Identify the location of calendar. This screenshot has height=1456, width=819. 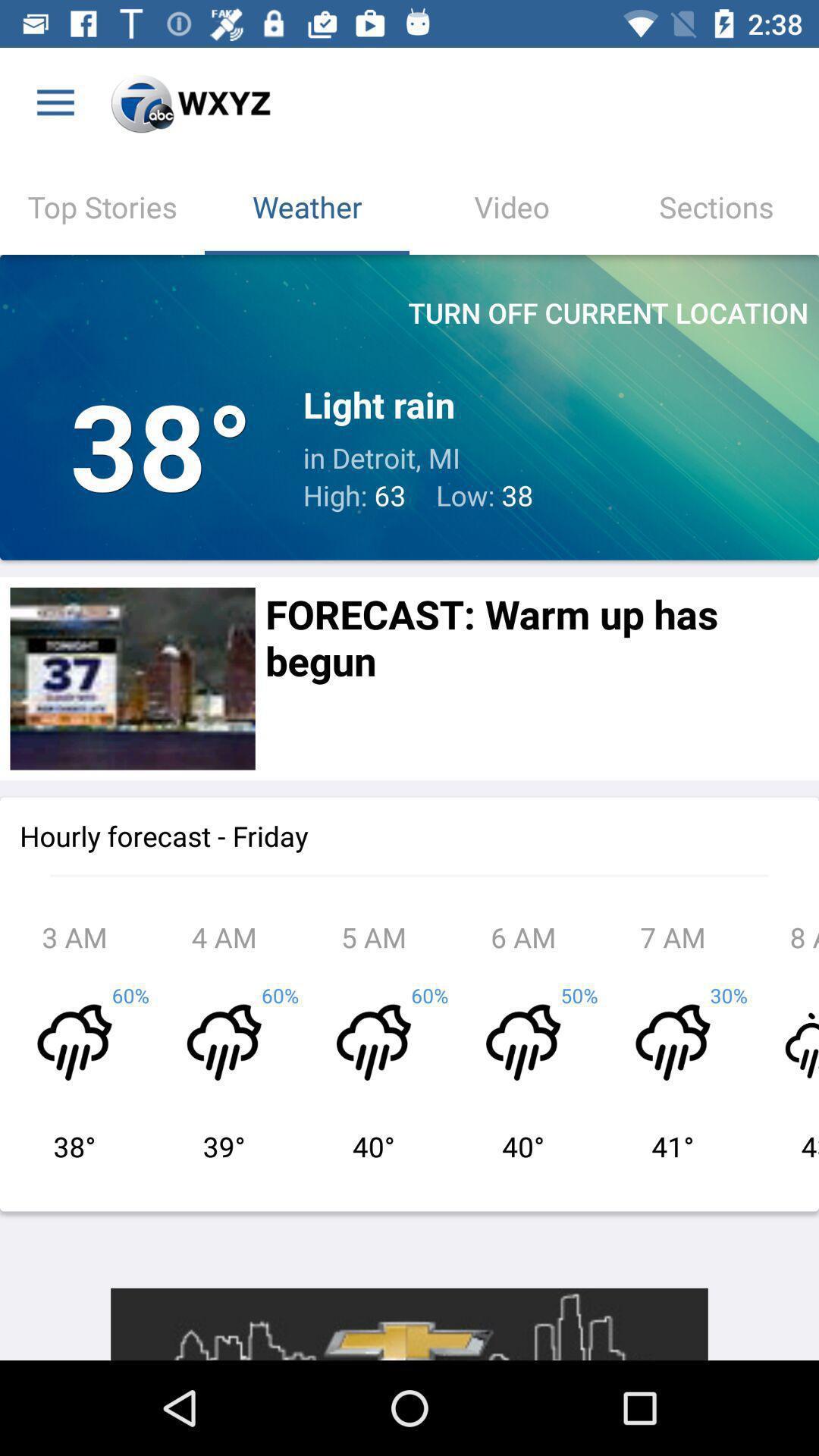
(132, 678).